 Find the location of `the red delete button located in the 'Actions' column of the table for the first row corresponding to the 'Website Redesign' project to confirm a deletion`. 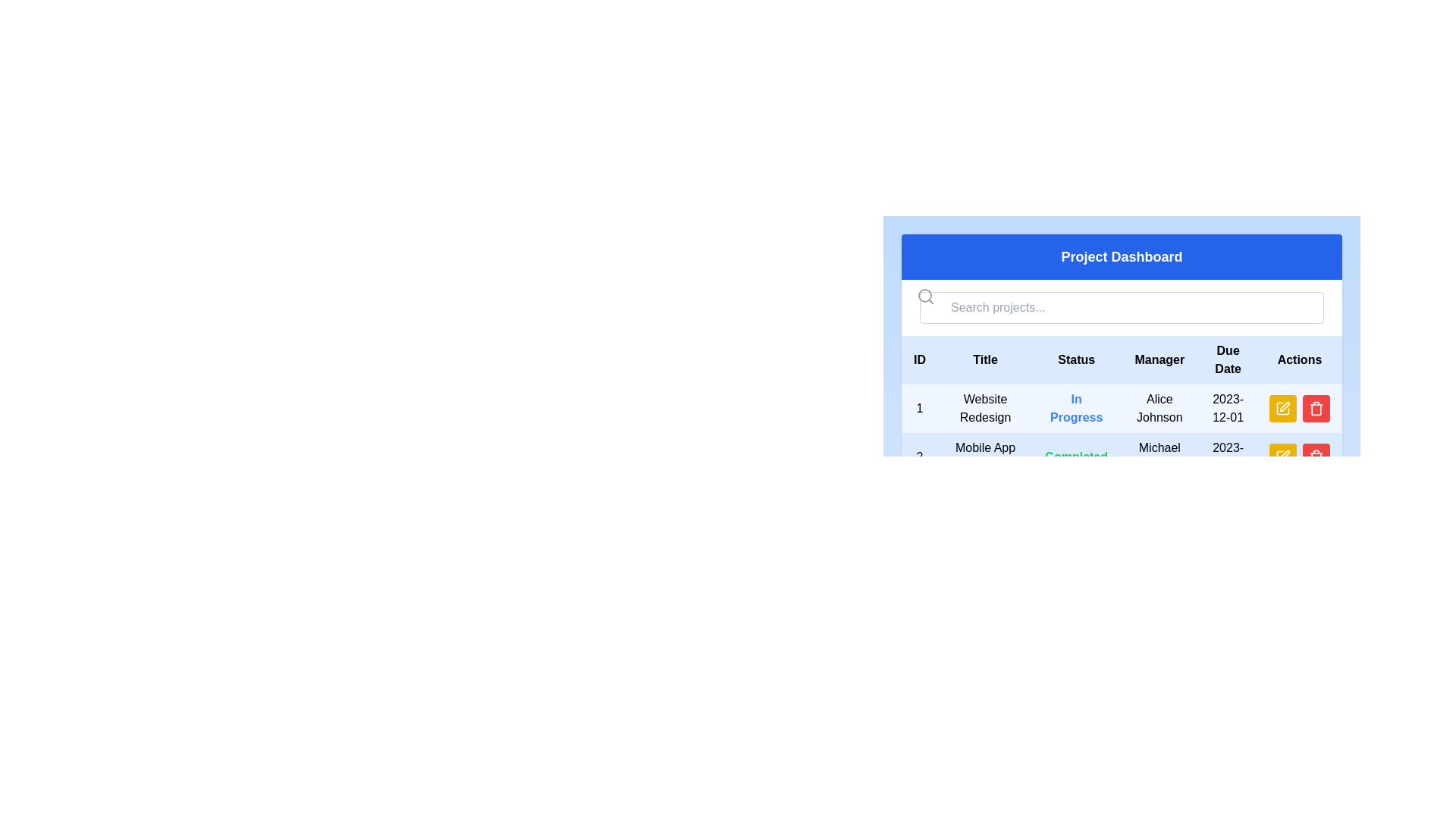

the red delete button located in the 'Actions' column of the table for the first row corresponding to the 'Website Redesign' project to confirm a deletion is located at coordinates (1298, 408).